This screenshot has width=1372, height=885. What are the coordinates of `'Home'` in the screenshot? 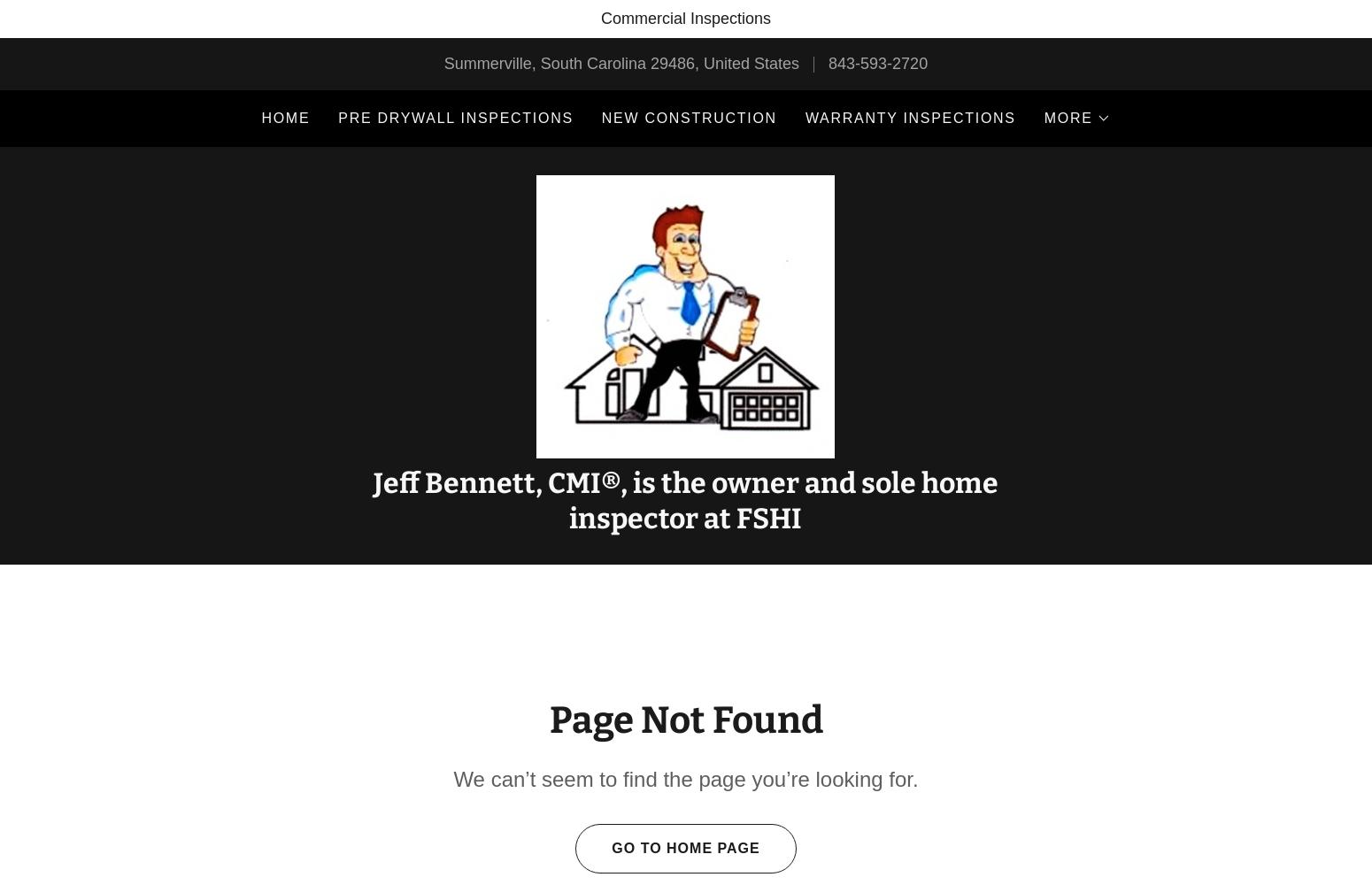 It's located at (284, 118).